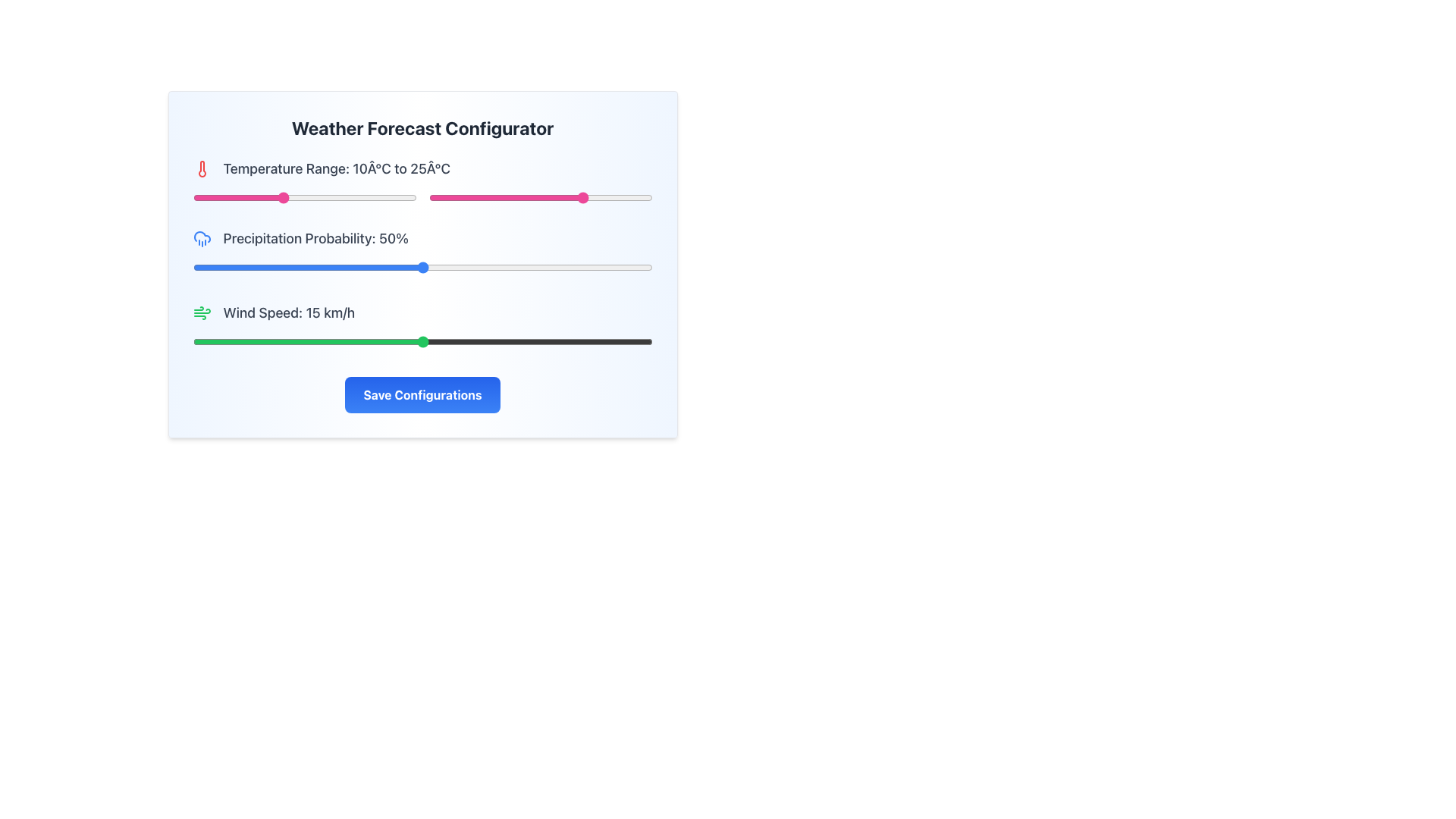 This screenshot has height=819, width=1456. I want to click on the interactive range slider displaying 'Precipitation Probability: 50%' to set a desired value, so click(422, 253).